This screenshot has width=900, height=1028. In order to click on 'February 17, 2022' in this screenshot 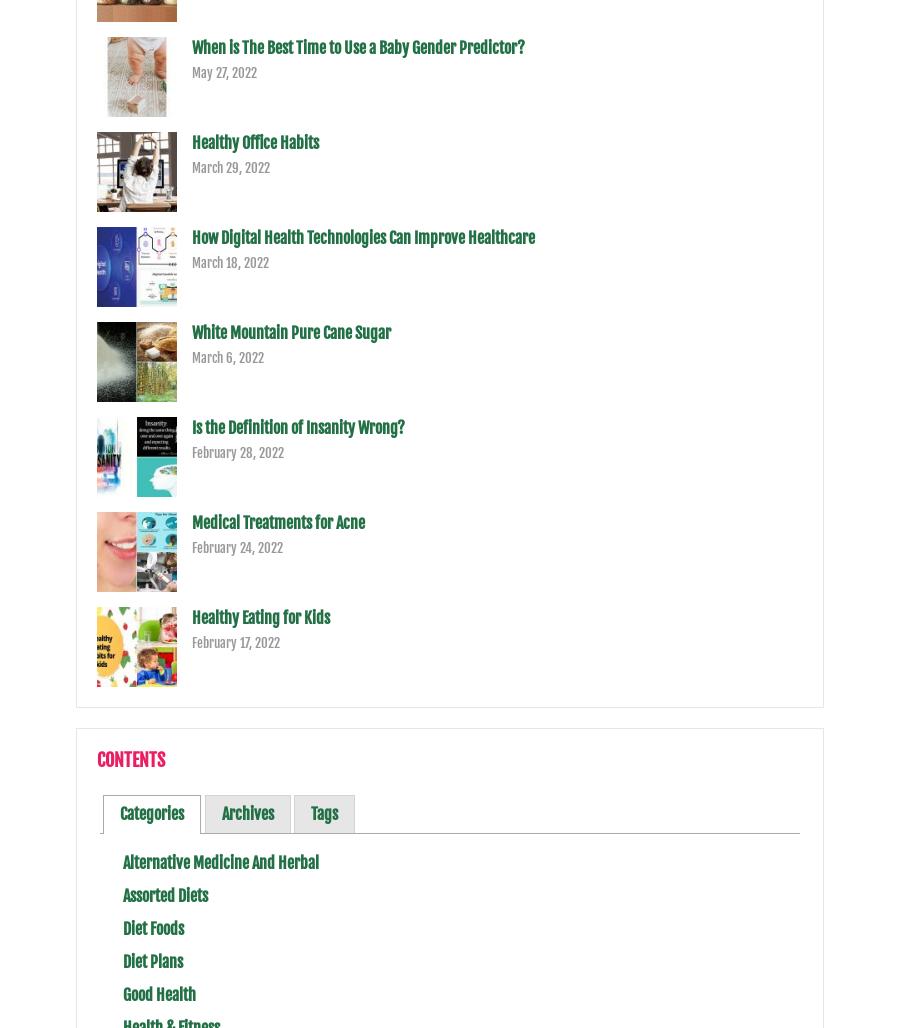, I will do `click(191, 643)`.